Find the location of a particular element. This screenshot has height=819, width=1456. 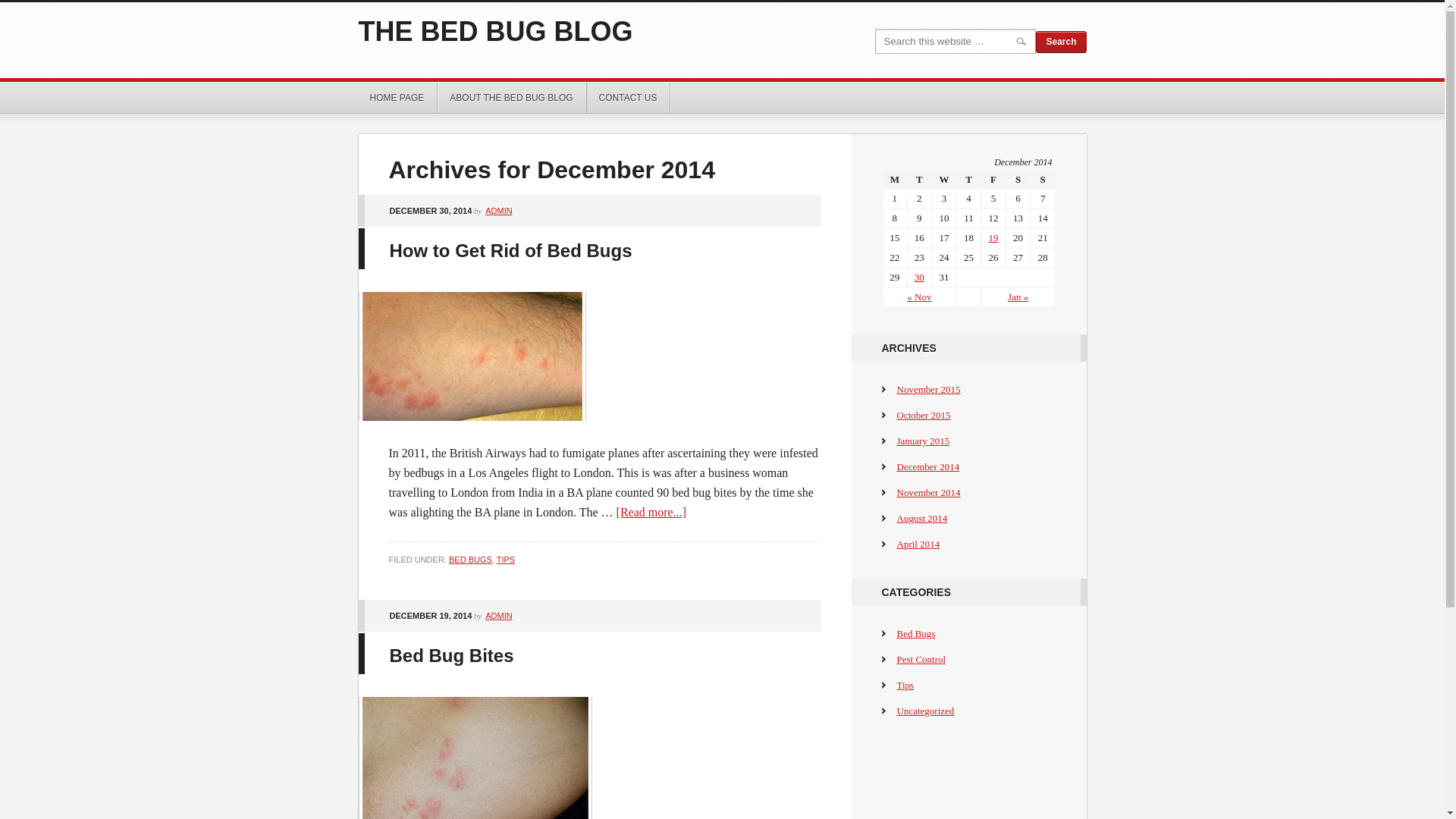

'HOME PAGE' is located at coordinates (397, 97).